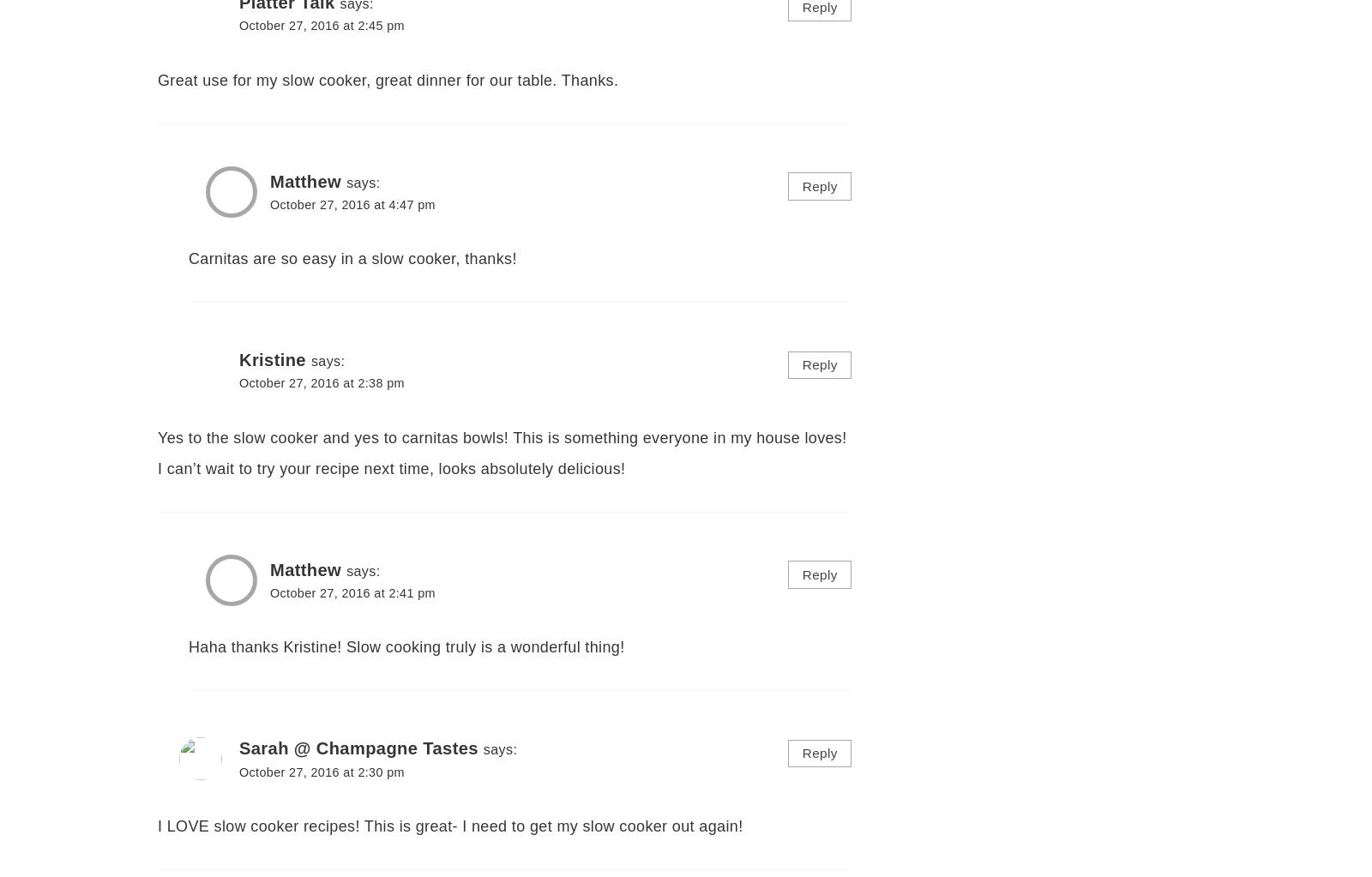 The width and height of the screenshot is (1372, 877). I want to click on 'October 27, 2016 at 4:47 pm', so click(352, 203).